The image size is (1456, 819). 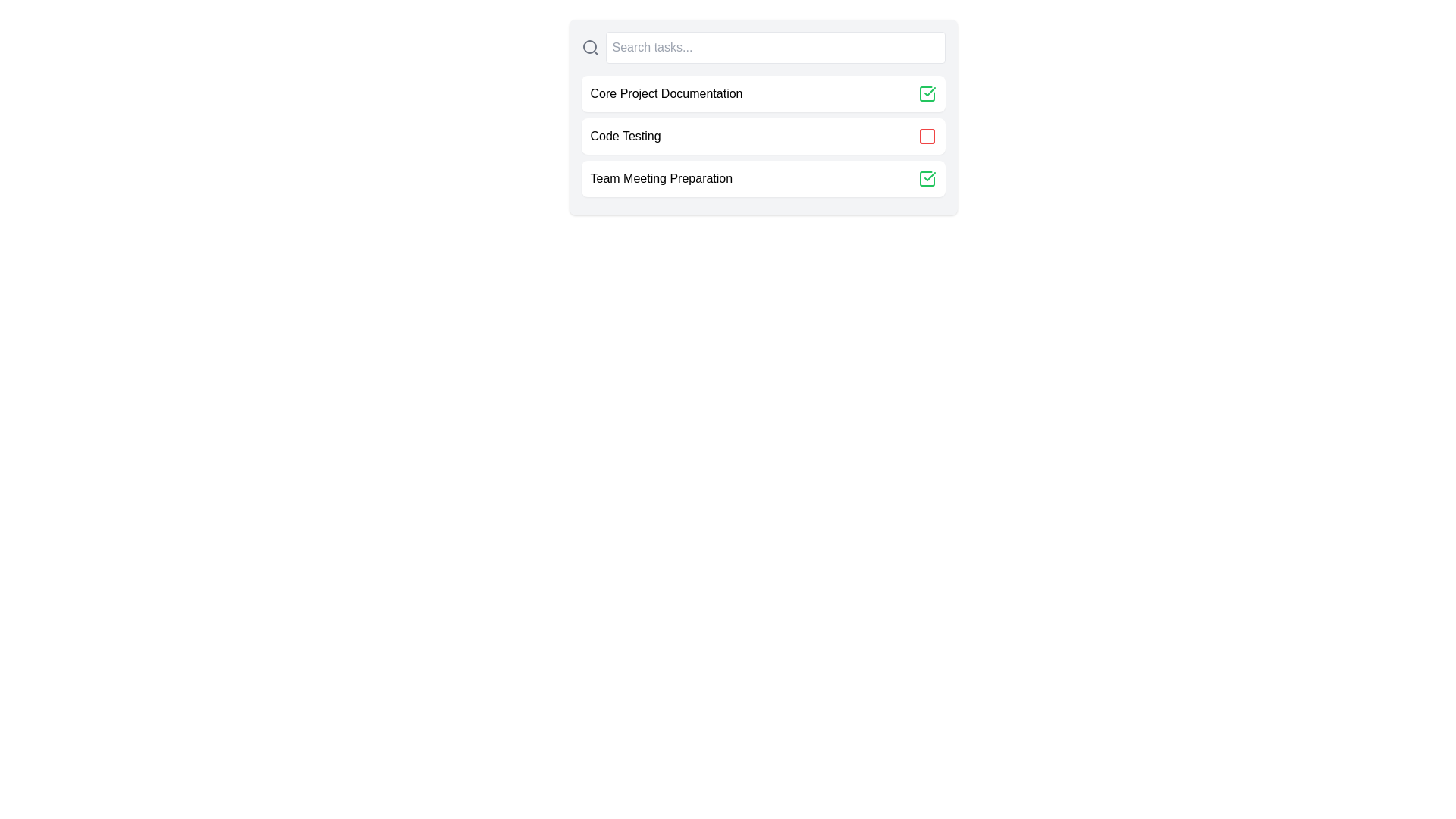 I want to click on the task Core Project Documentation to view its hover effect, so click(x=763, y=93).